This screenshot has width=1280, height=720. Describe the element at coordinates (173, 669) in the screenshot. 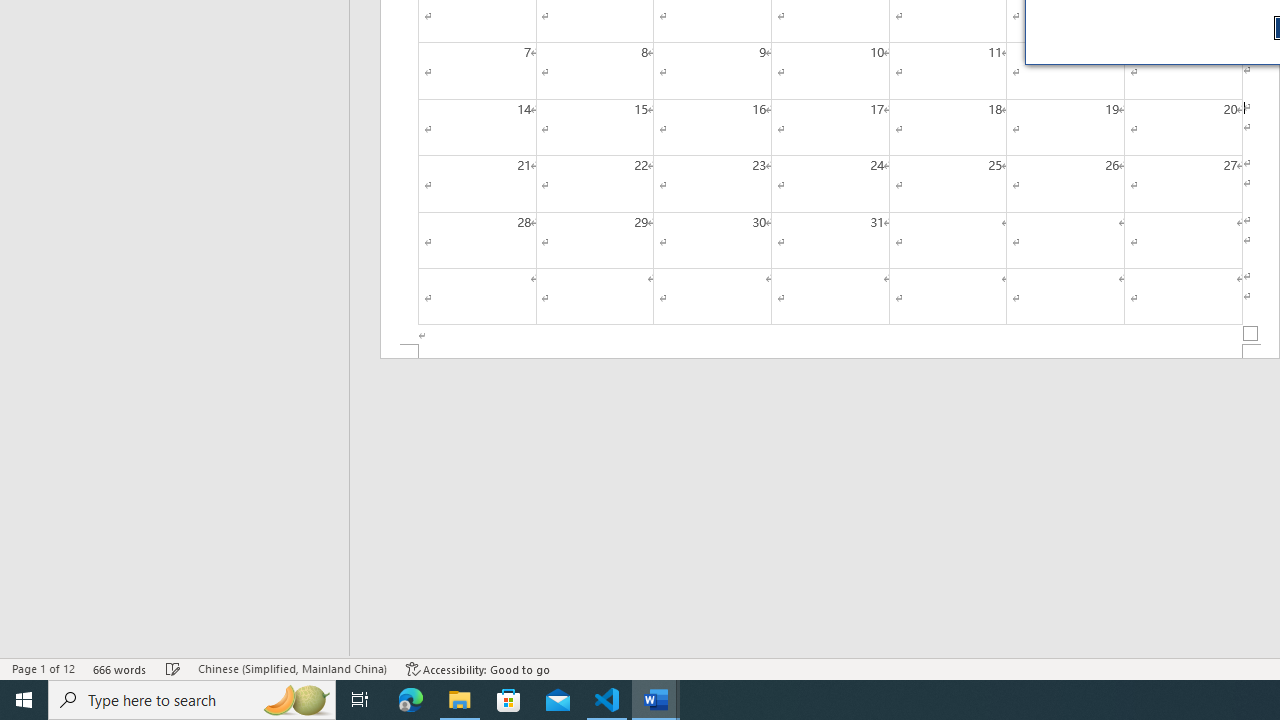

I see `'Spelling and Grammar Check Checking'` at that location.